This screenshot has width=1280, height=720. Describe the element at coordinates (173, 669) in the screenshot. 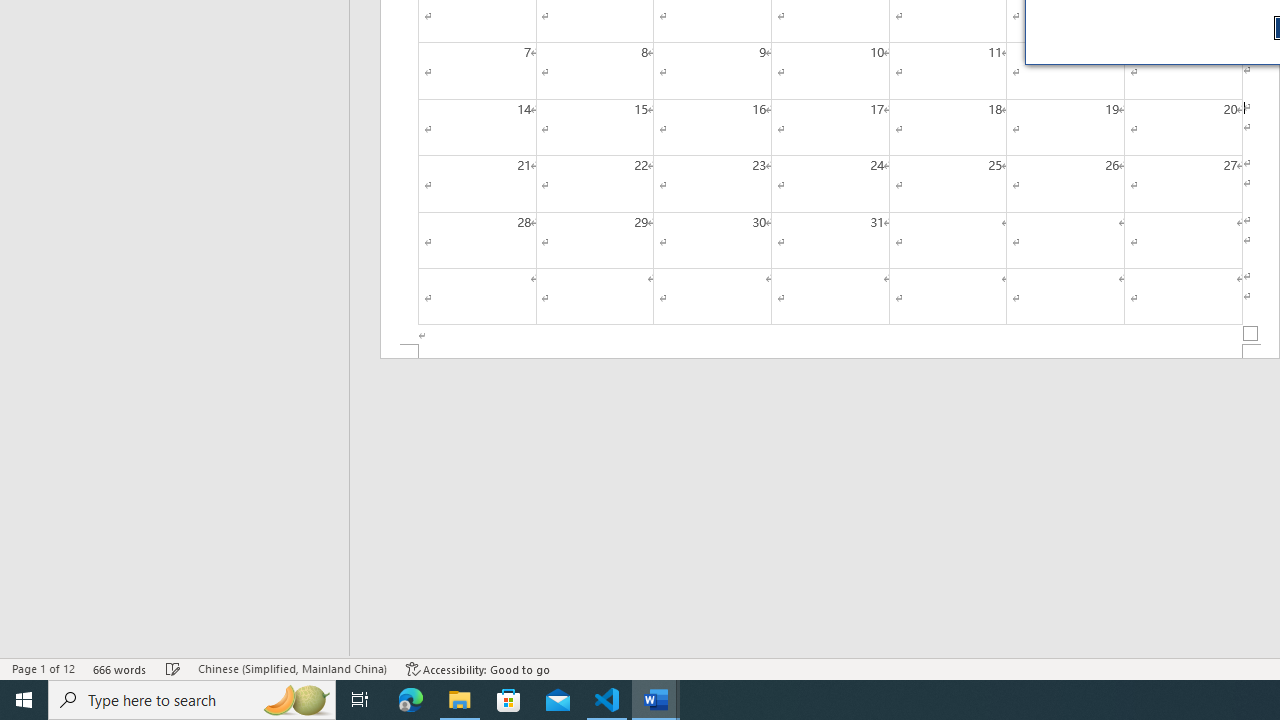

I see `'Spelling and Grammar Check Checking'` at that location.